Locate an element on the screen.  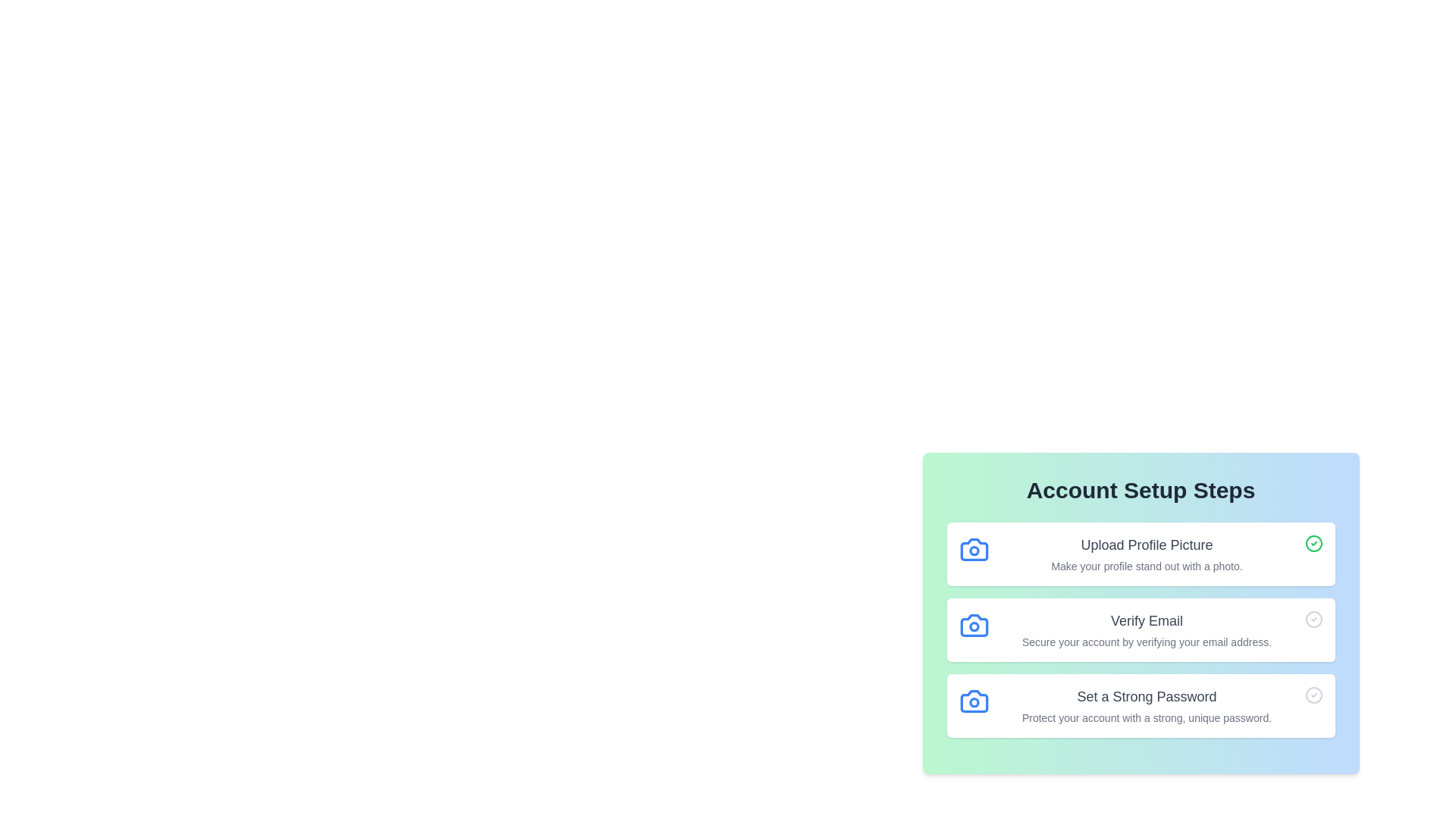
the icon associated with the checklist item Upload Profile Picture is located at coordinates (974, 550).